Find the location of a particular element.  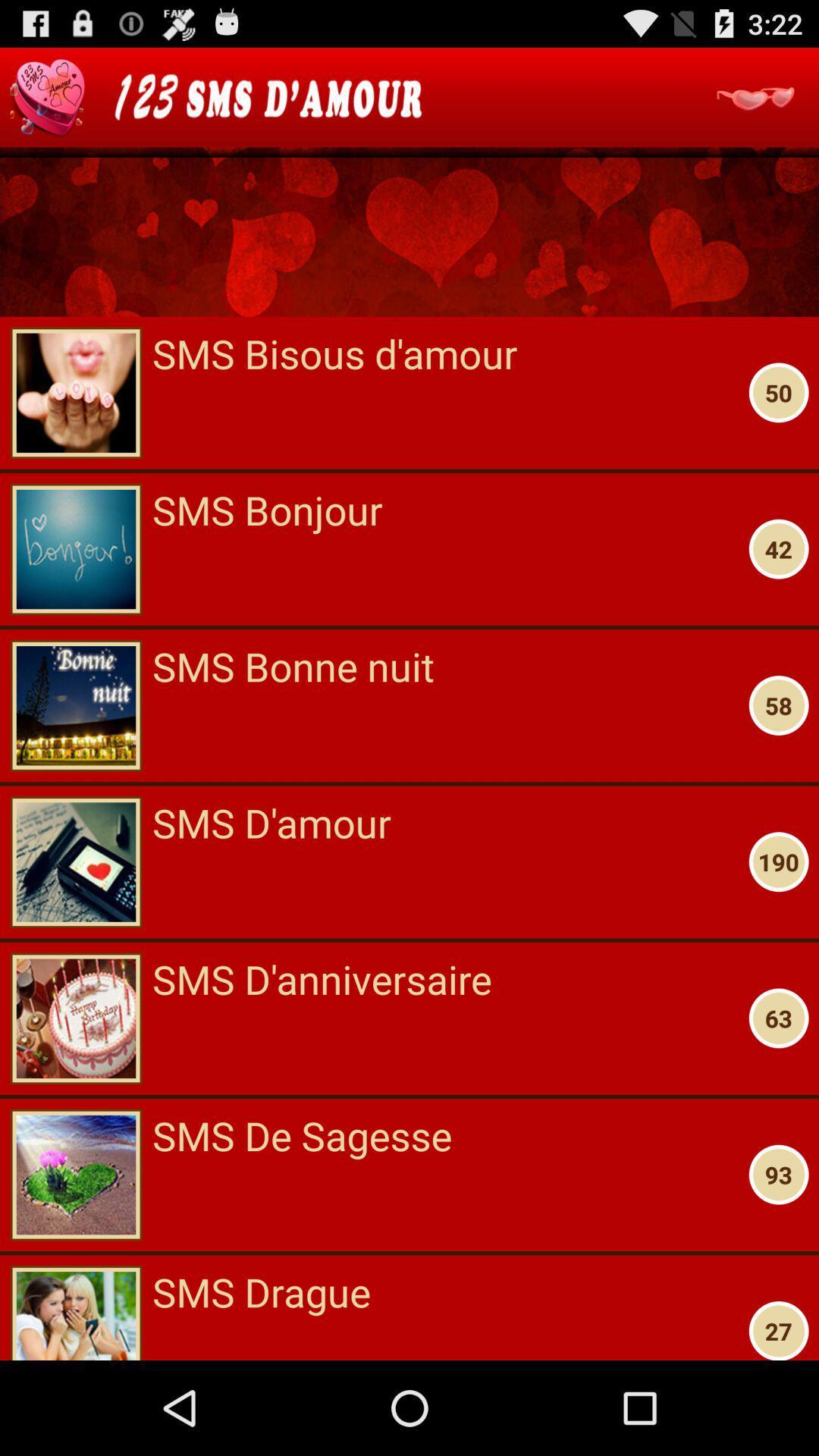

see more options is located at coordinates (755, 96).